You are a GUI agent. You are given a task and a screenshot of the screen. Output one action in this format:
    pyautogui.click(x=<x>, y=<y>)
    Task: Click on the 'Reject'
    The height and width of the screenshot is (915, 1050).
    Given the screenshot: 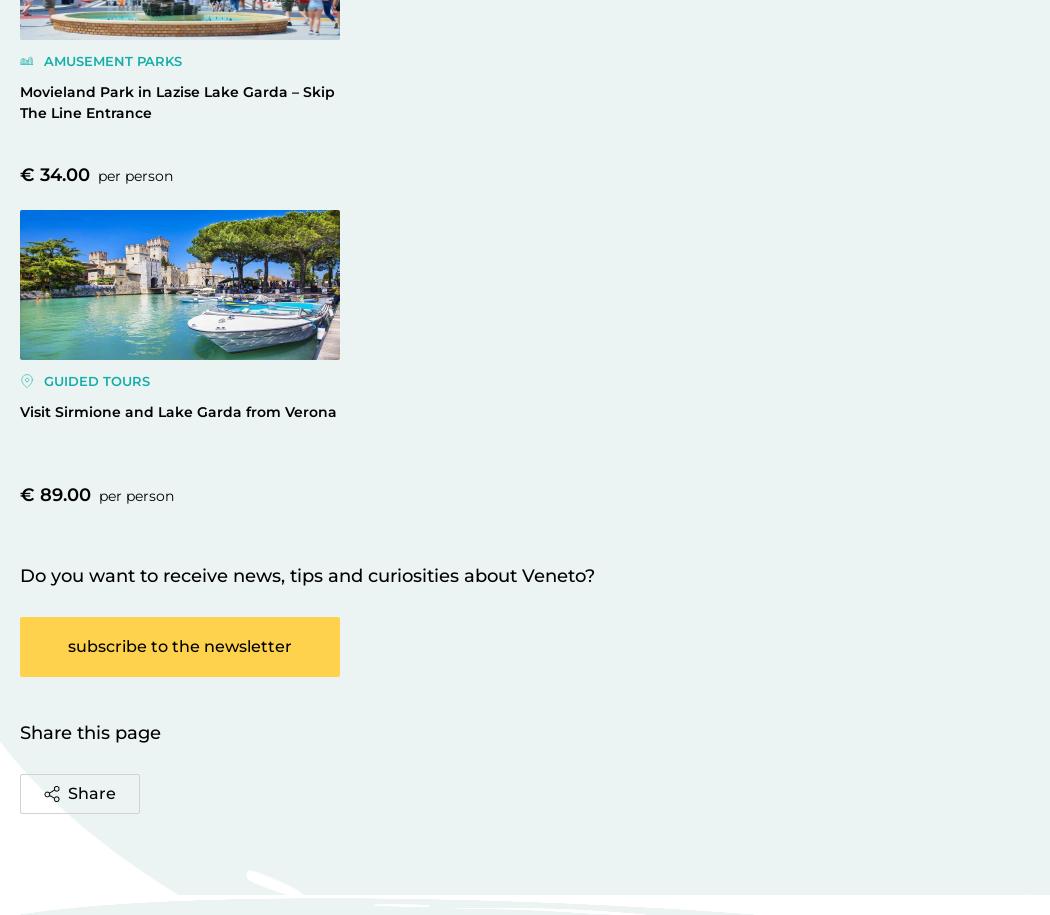 What is the action you would take?
    pyautogui.click(x=816, y=115)
    